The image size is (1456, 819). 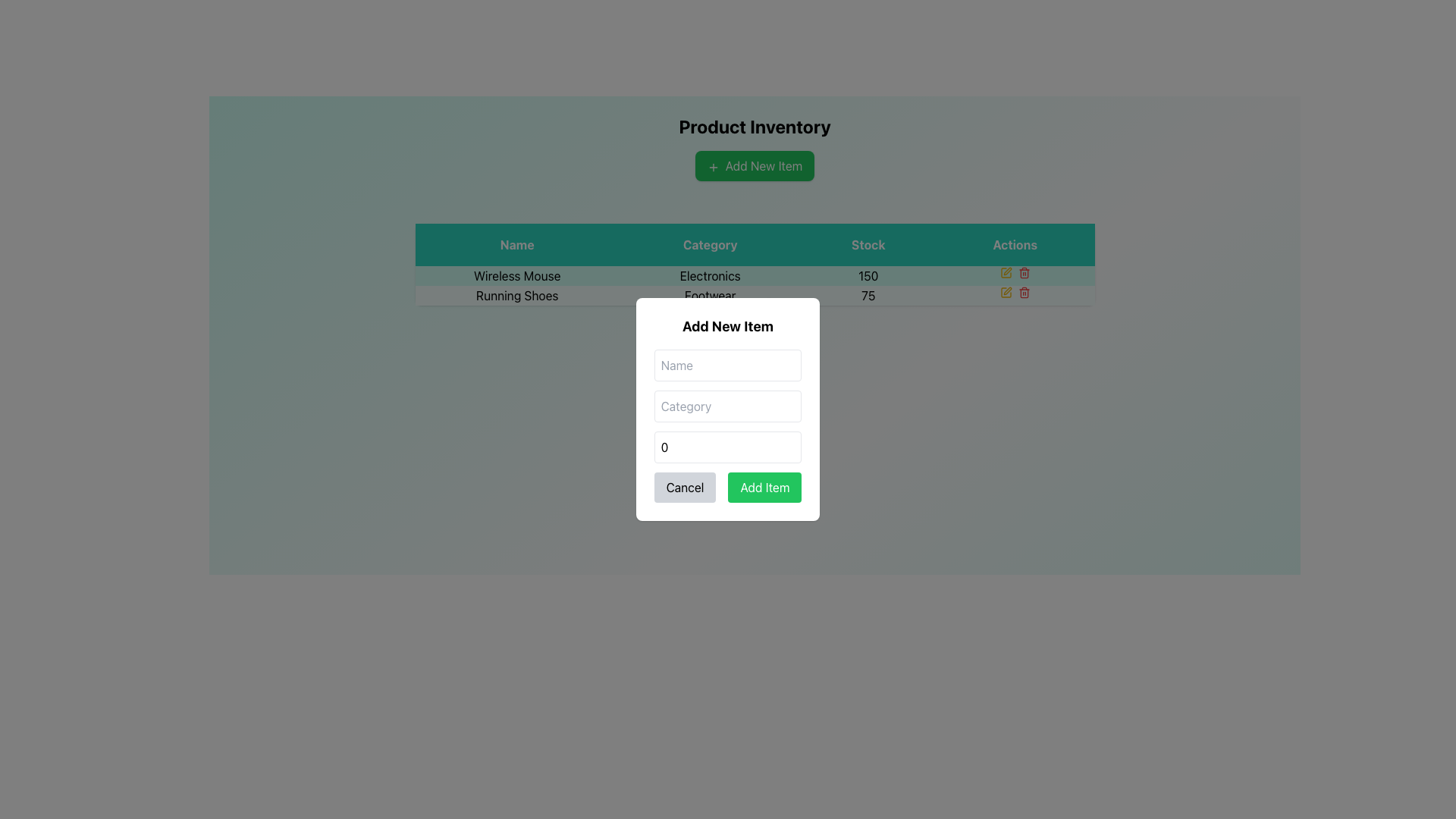 I want to click on the action icon for the 'Wireless Mouse' entry in the table, so click(x=1015, y=271).